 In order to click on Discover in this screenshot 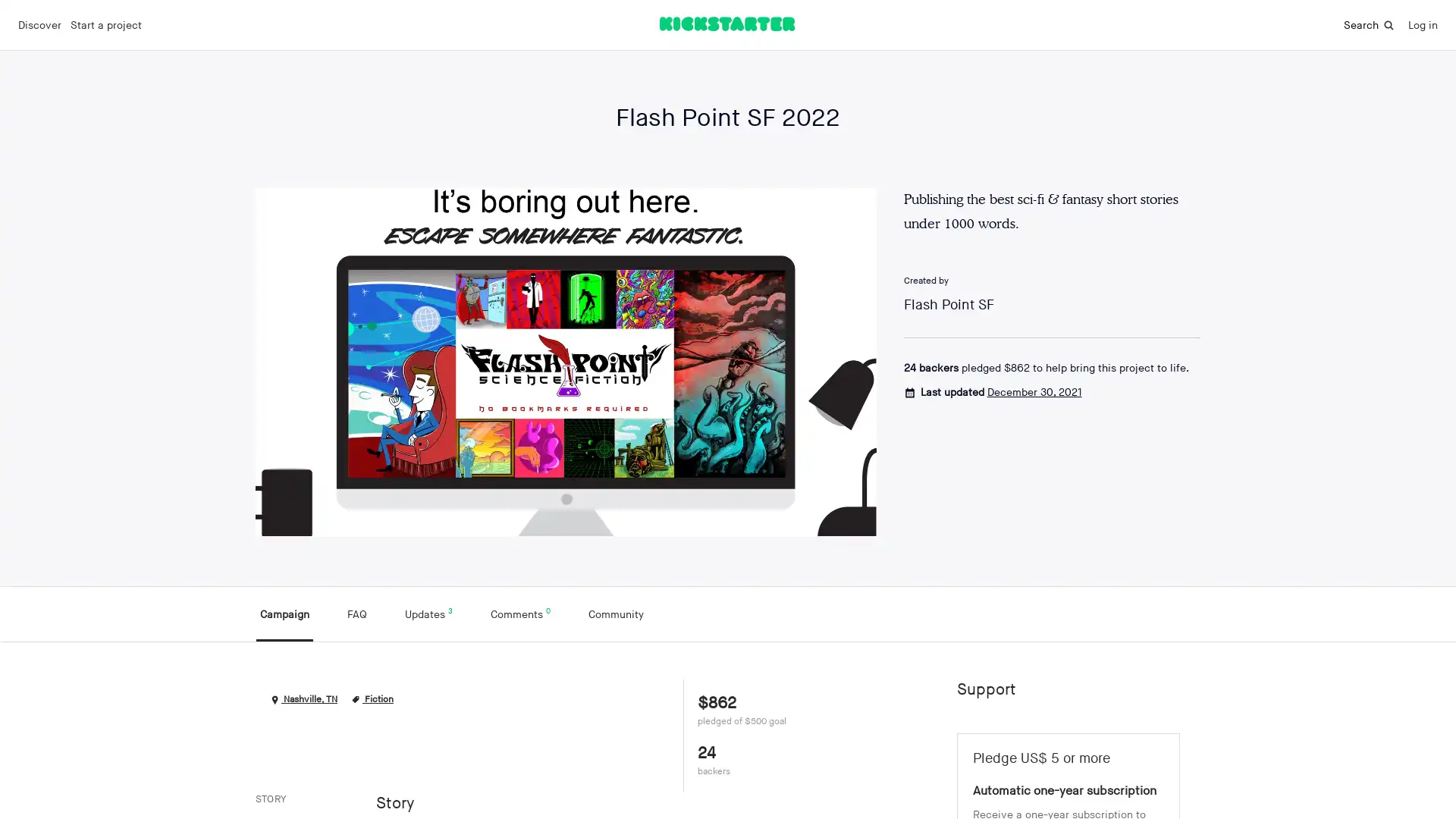, I will do `click(39, 25)`.